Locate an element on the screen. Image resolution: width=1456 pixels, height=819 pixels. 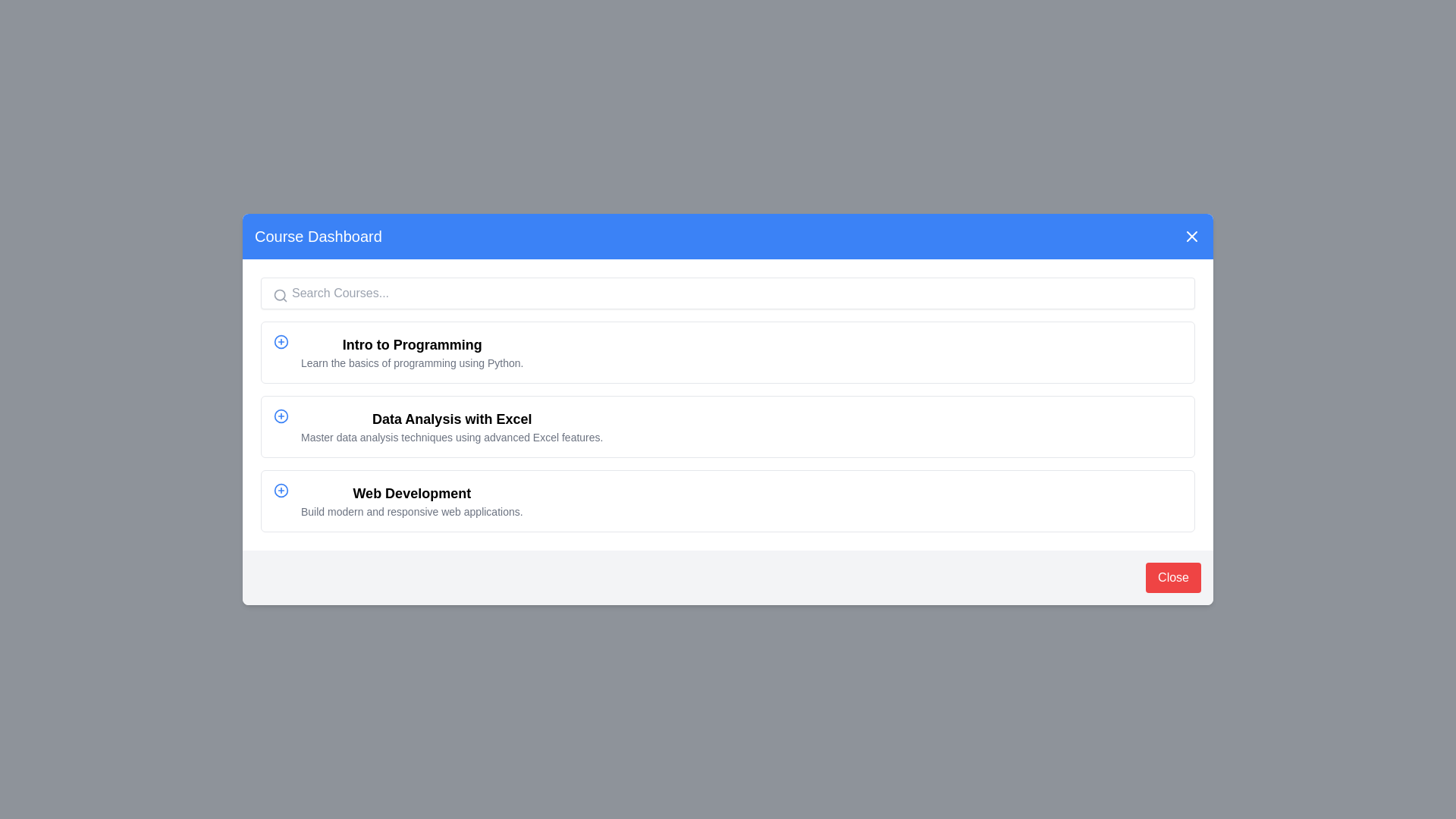
the Text block that describes the course 'Intro to Programming', which is the first item in the list below the search bar is located at coordinates (412, 353).